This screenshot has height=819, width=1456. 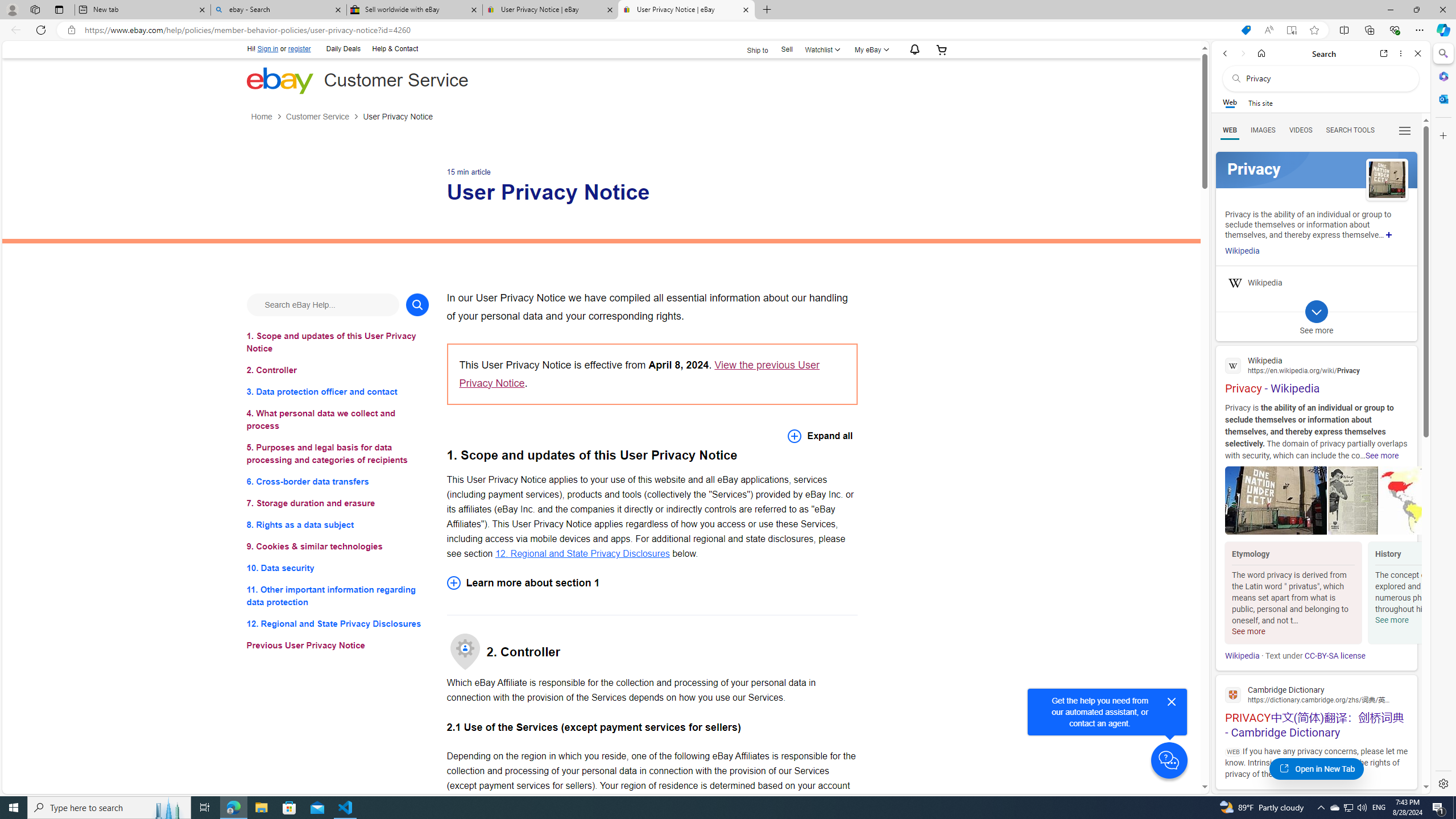 I want to click on 'Settings', so click(x=1442, y=783).